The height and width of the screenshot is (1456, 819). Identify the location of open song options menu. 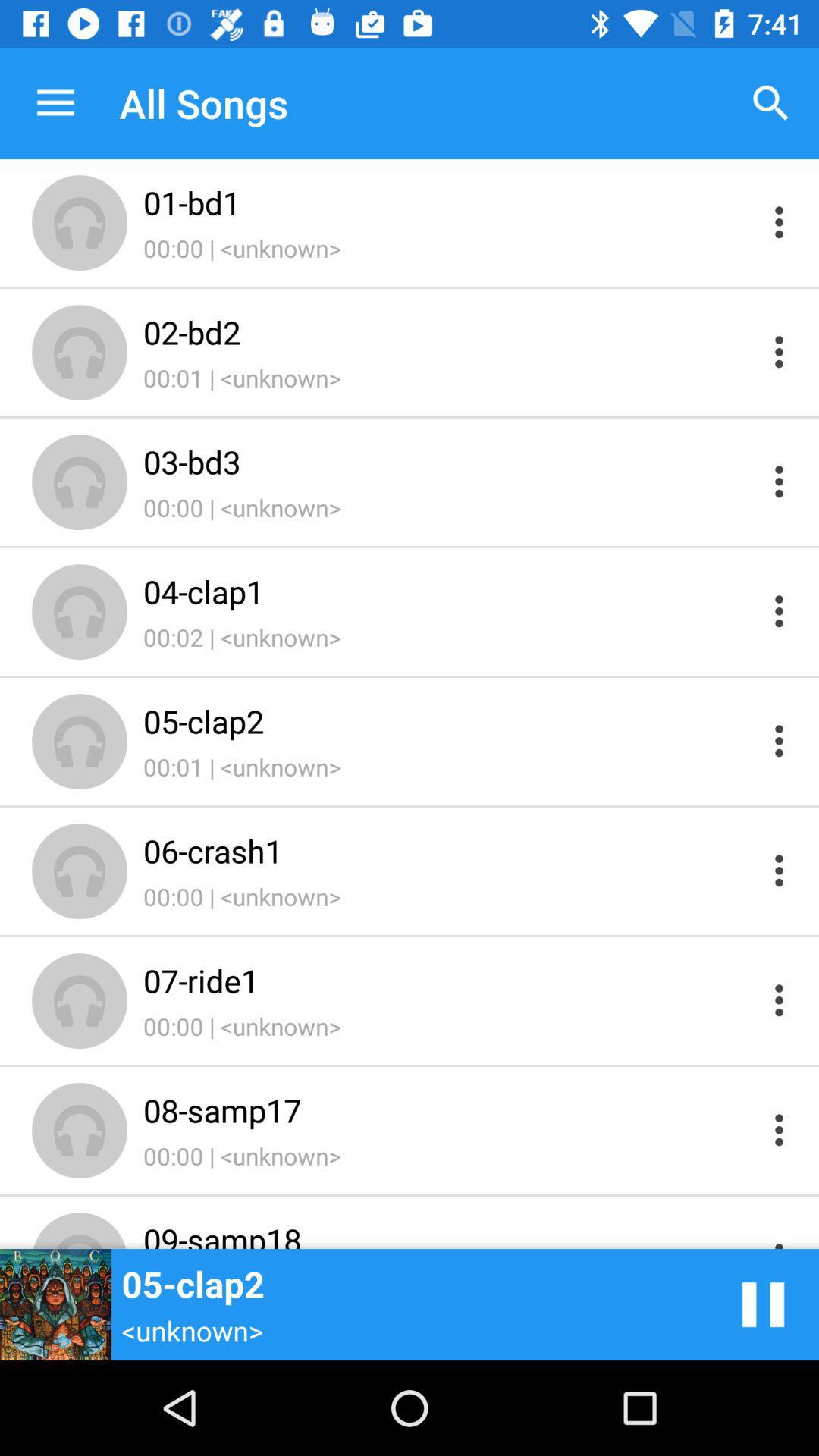
(779, 481).